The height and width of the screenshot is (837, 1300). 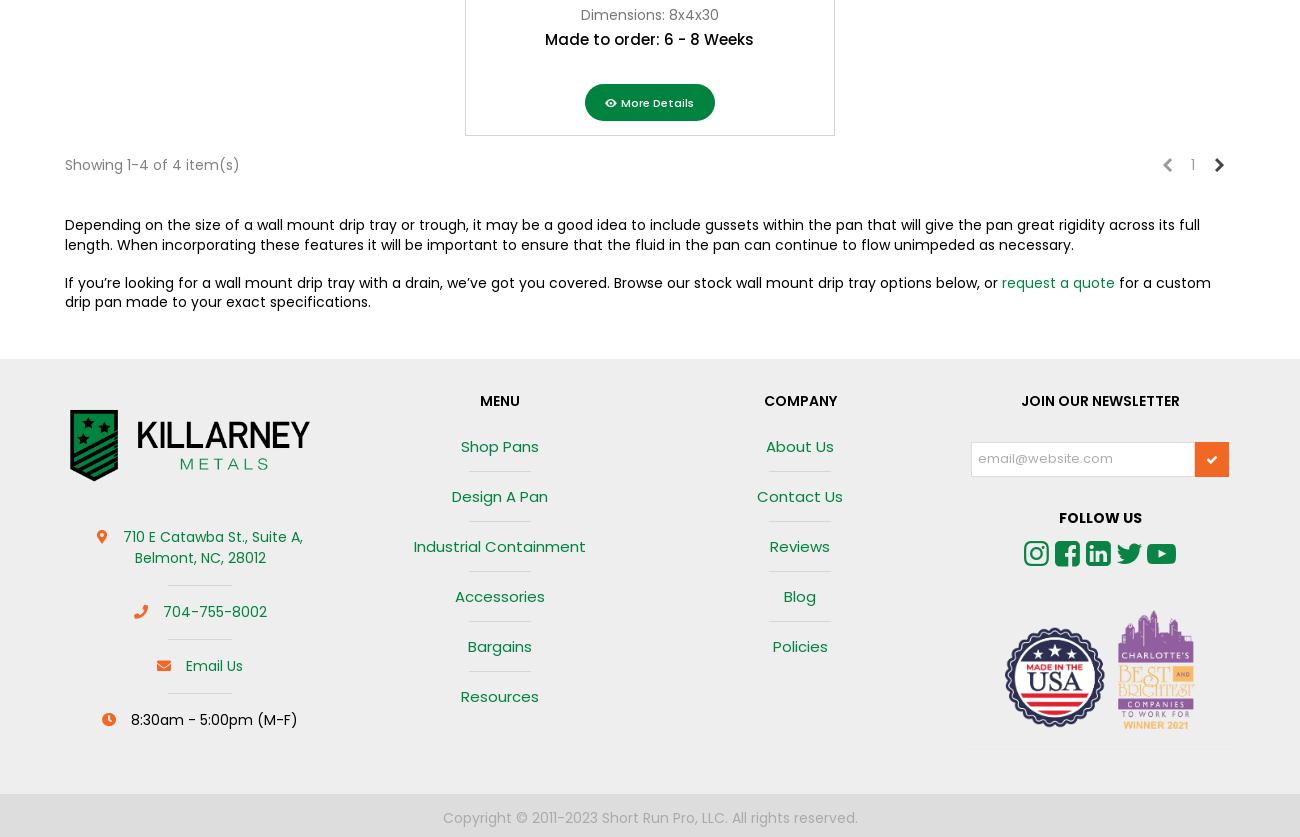 I want to click on 'Contact us', so click(x=799, y=494).